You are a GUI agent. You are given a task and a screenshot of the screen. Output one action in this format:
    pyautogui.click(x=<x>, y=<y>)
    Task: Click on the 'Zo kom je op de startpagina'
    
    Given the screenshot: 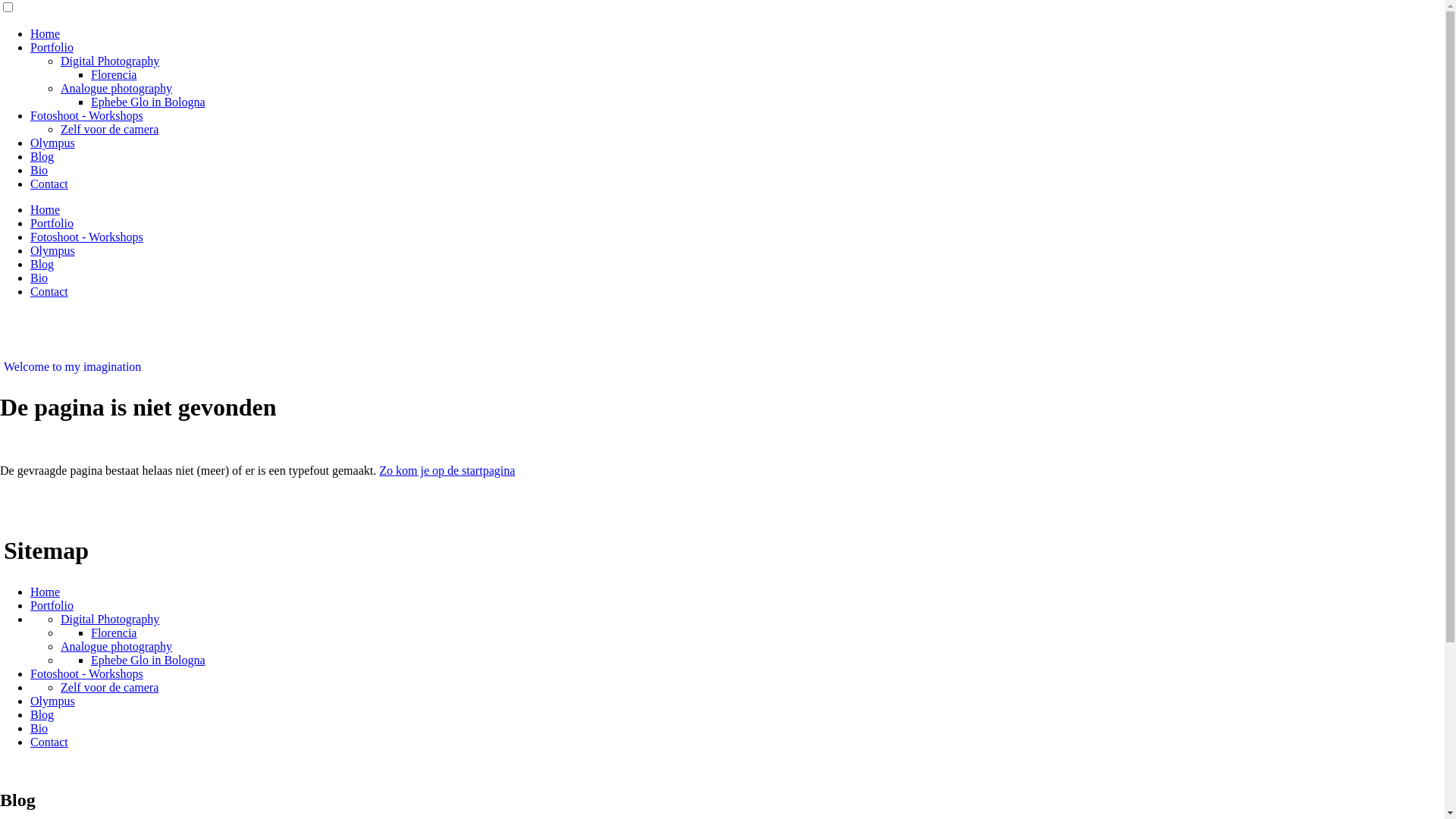 What is the action you would take?
    pyautogui.click(x=446, y=469)
    